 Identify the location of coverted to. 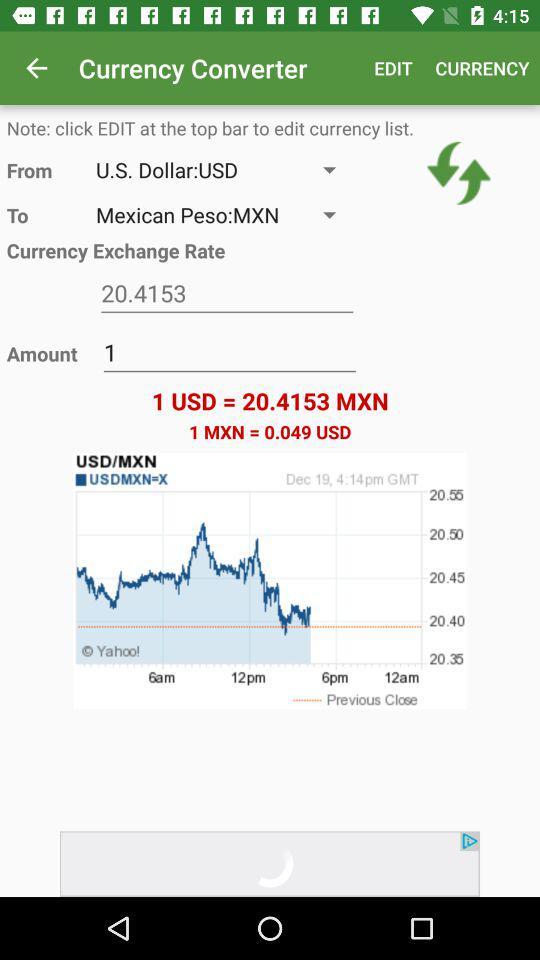
(226, 292).